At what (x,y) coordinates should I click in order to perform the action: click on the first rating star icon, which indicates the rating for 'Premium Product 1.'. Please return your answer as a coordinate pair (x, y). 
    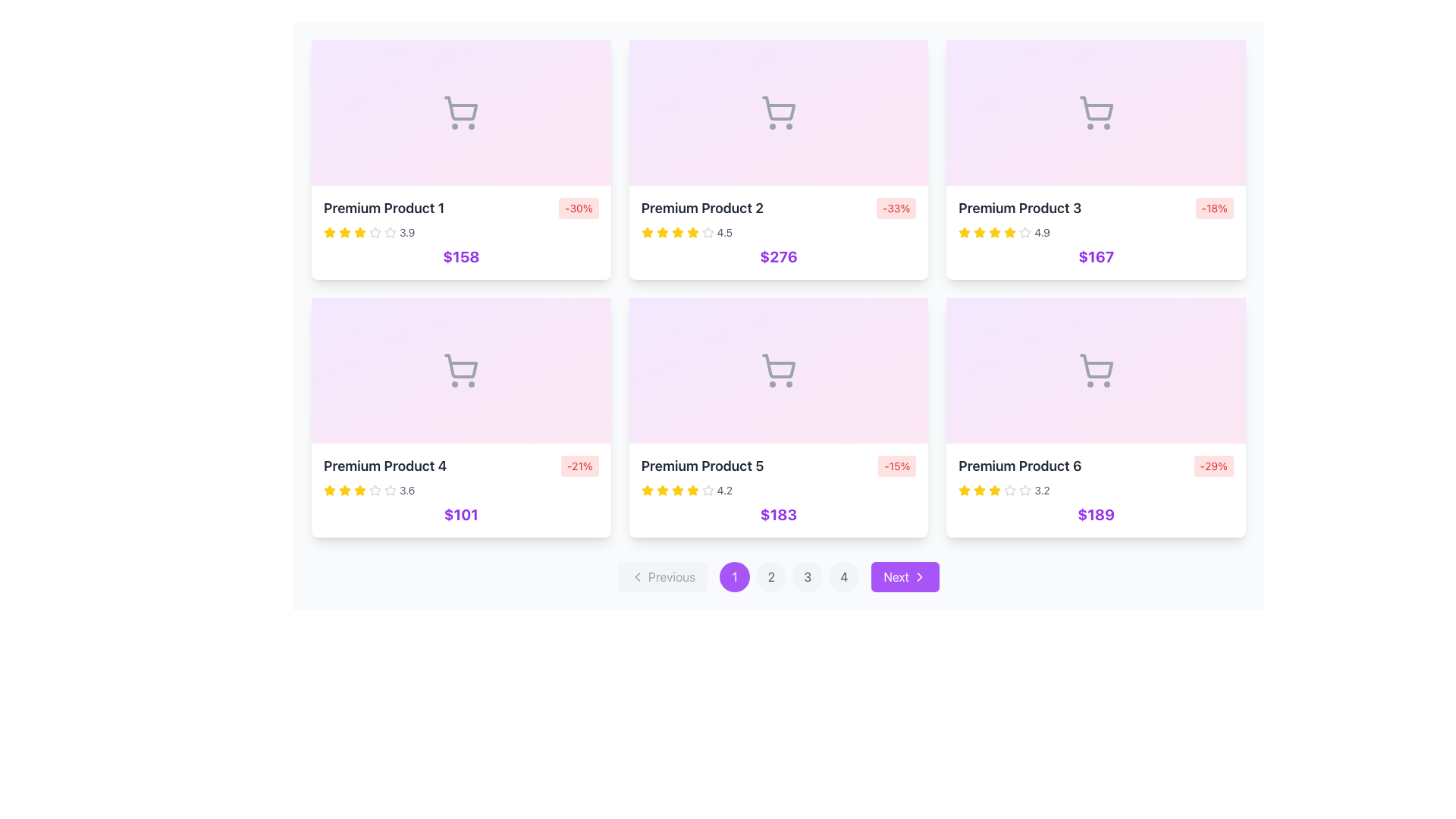
    Looking at the image, I should click on (329, 233).